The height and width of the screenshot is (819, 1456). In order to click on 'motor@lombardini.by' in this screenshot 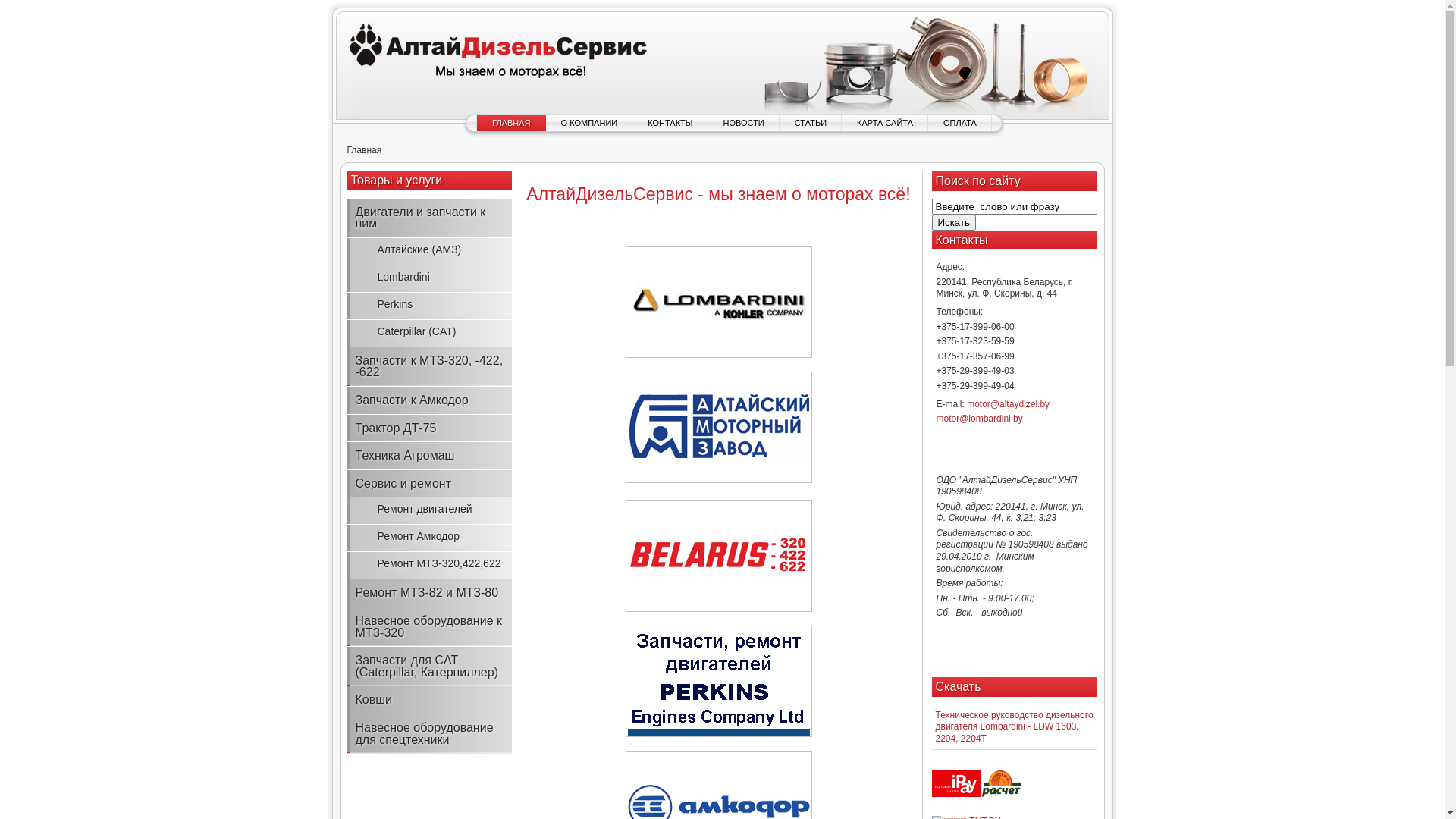, I will do `click(979, 418)`.